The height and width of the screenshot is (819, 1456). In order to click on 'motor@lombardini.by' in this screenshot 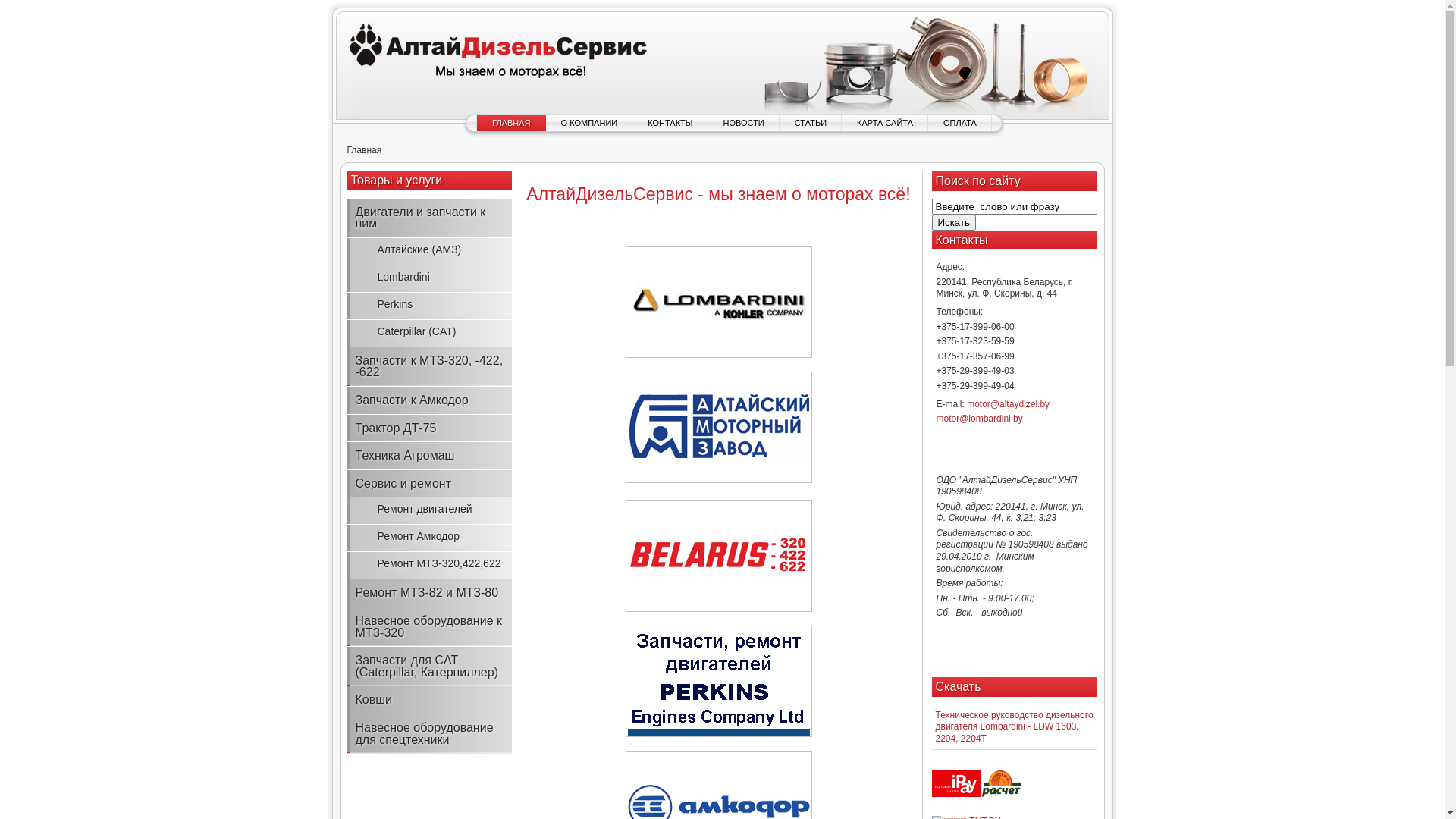, I will do `click(979, 418)`.